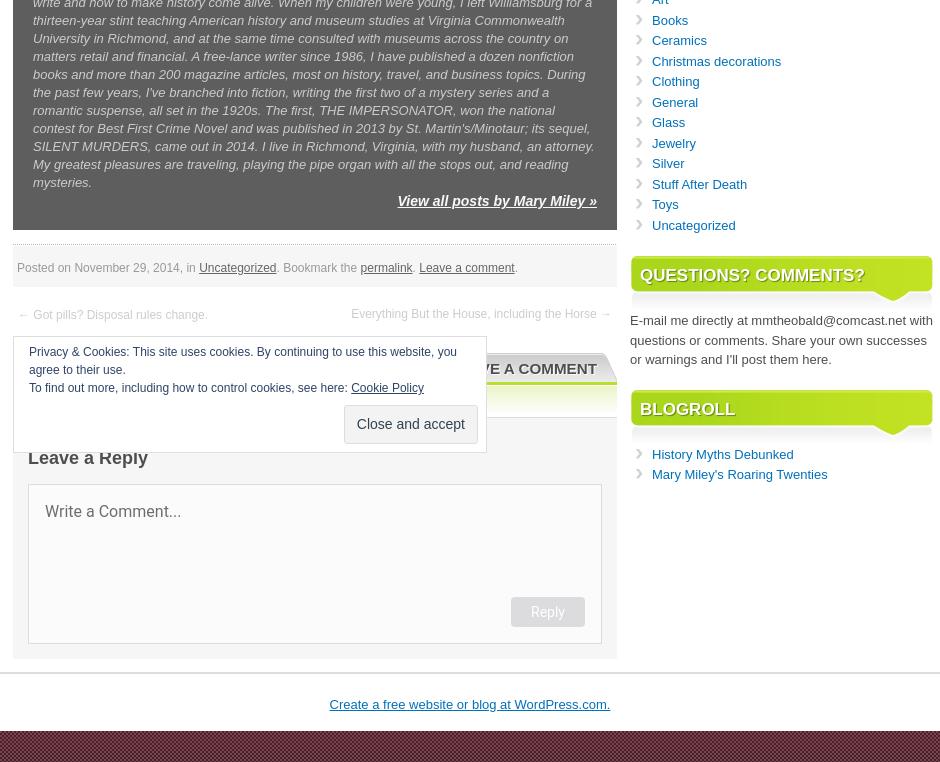 The height and width of the screenshot is (762, 940). What do you see at coordinates (651, 101) in the screenshot?
I see `'General'` at bounding box center [651, 101].